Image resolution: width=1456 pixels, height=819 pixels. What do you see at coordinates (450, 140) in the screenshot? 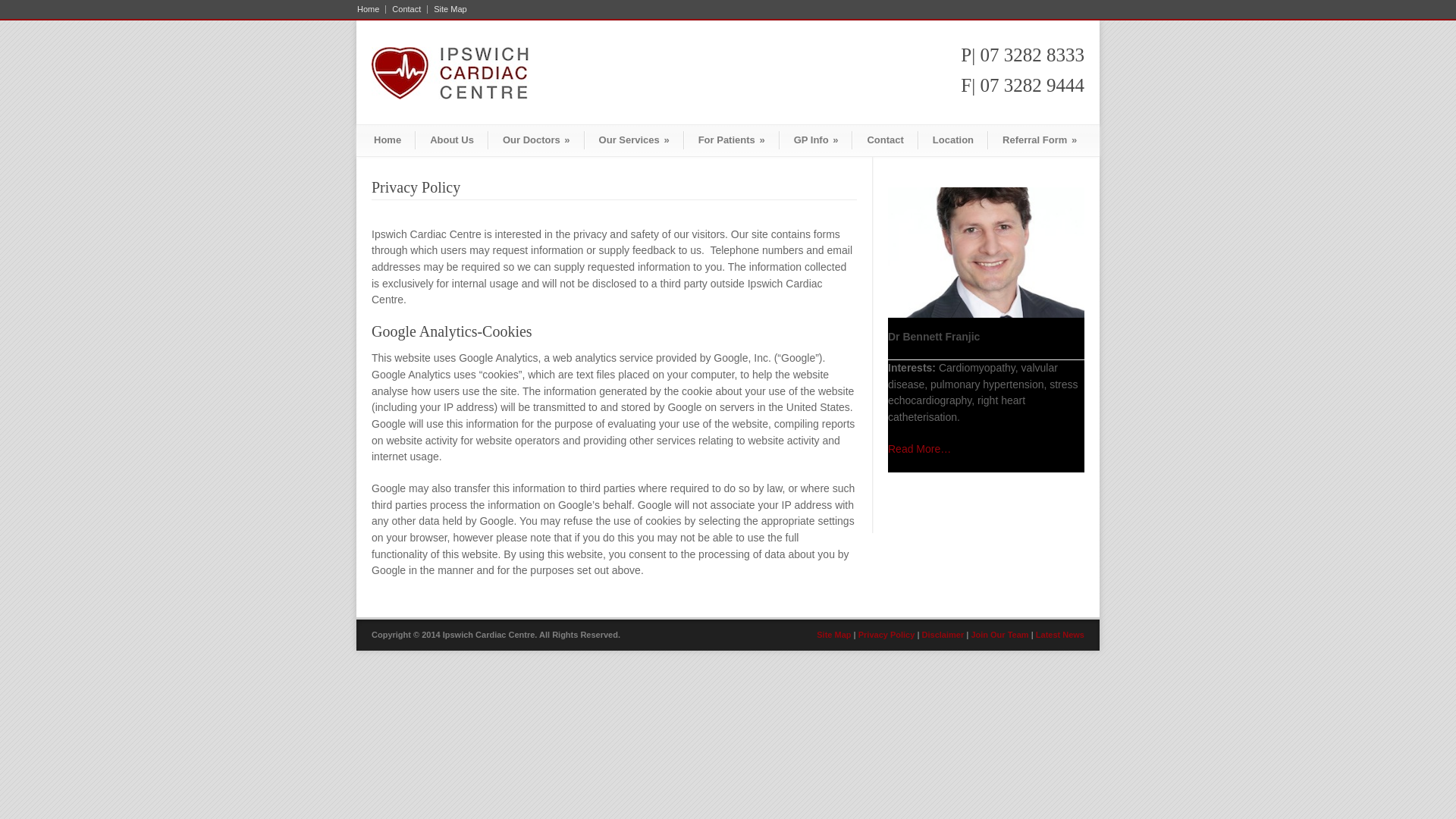
I see `'About Us'` at bounding box center [450, 140].